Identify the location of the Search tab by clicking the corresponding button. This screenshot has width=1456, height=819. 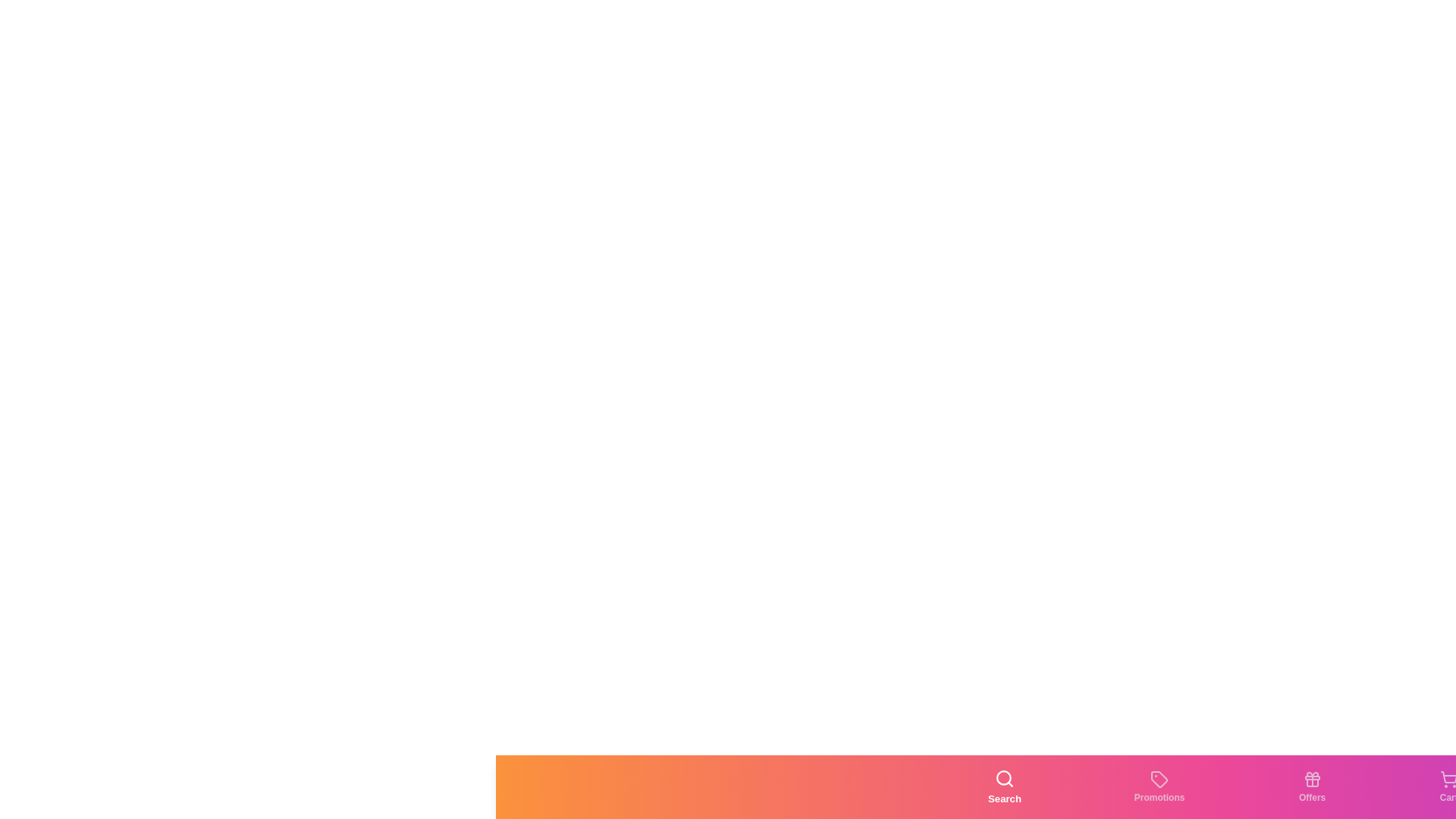
(1005, 786).